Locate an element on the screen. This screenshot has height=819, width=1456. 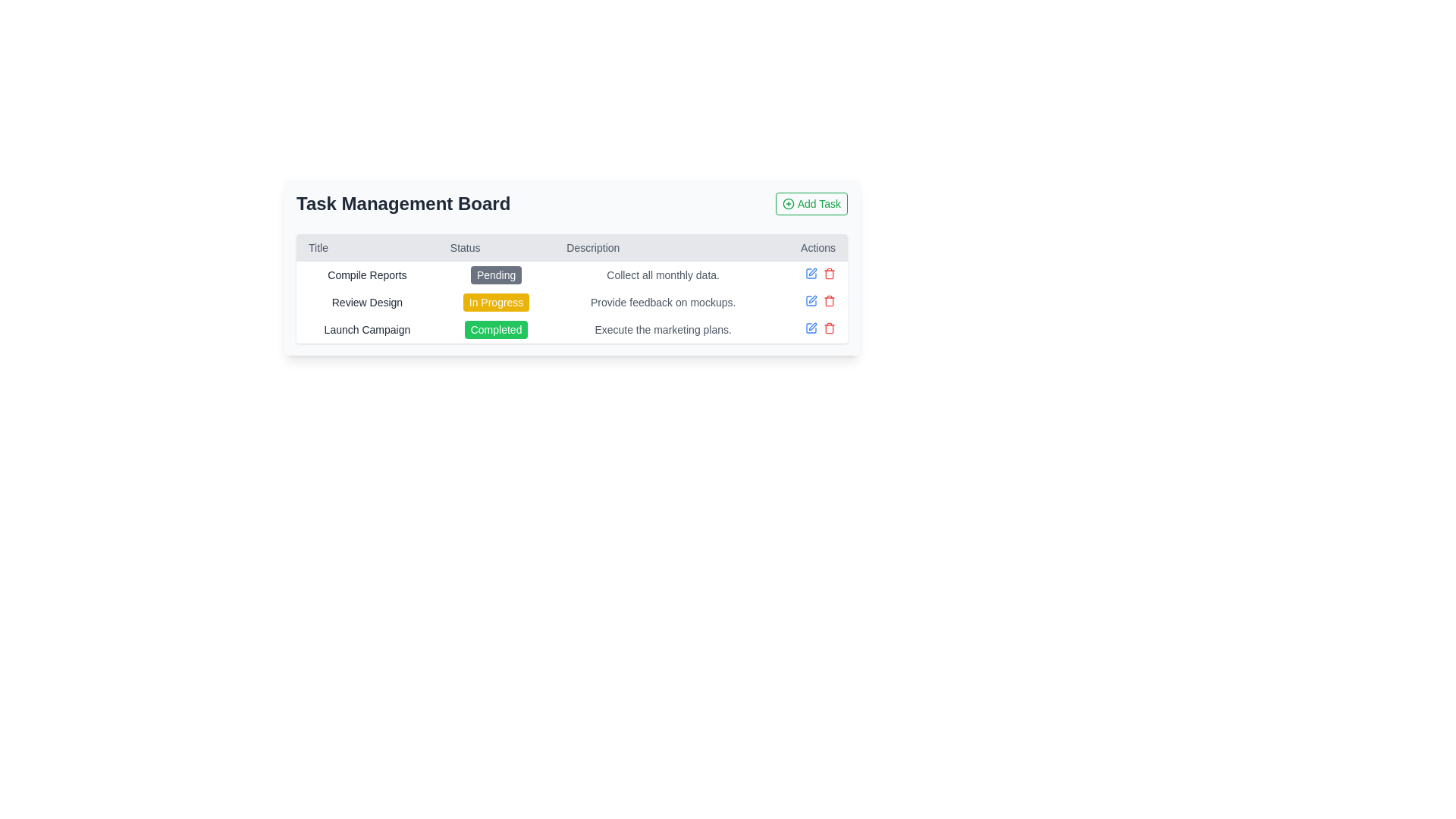
the static text label 'Compile Reports' located in the first row under the 'Title' column of the 'Task Management Board', positioned to the left of 'Pending' under the 'Status' column is located at coordinates (367, 275).